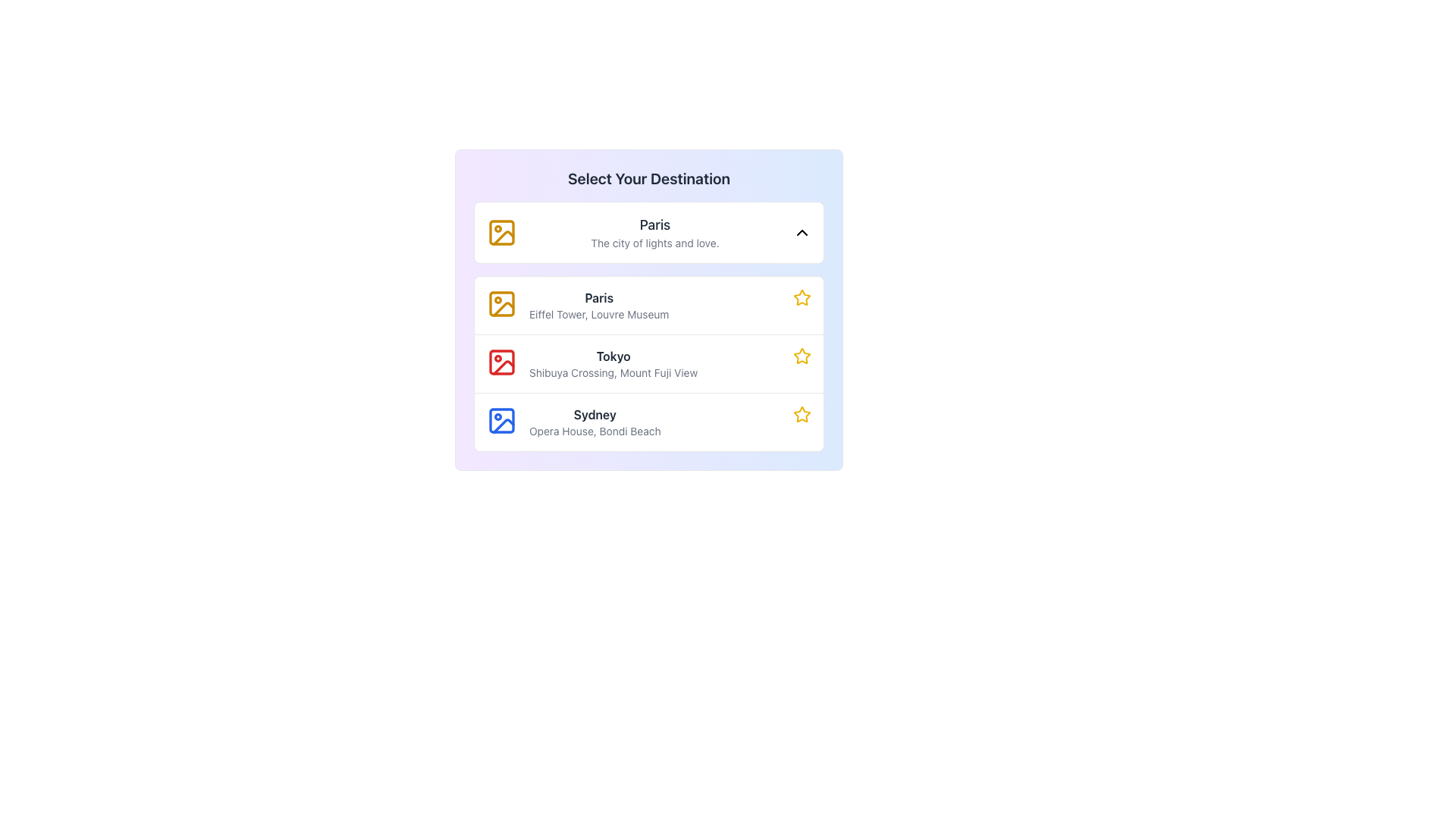 This screenshot has width=1456, height=819. Describe the element at coordinates (801, 356) in the screenshot. I see `the star icon with a yellow outline located to the far right of the row for the destination 'Tokyo' to favorite or unfavorite it` at that location.